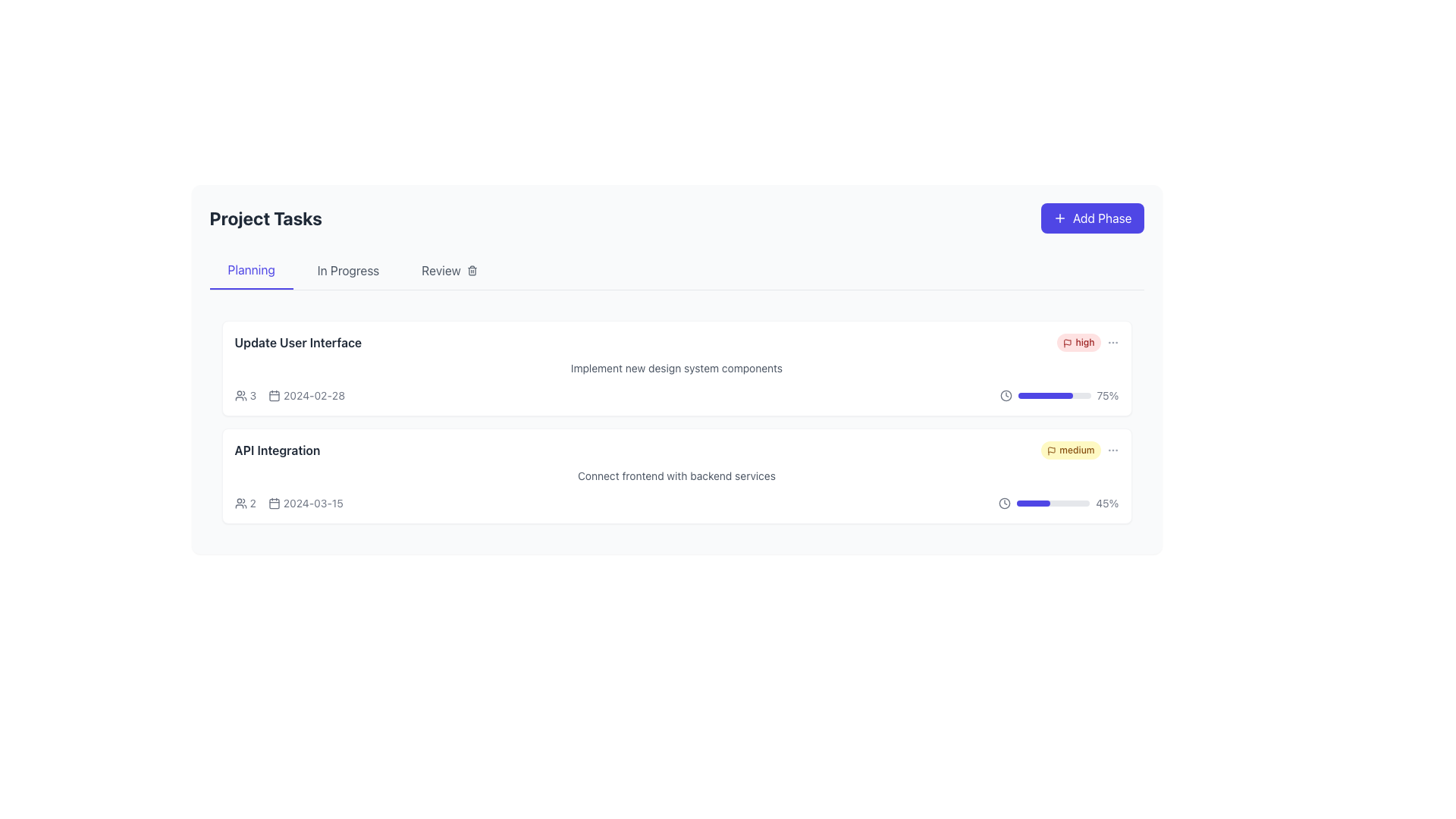  I want to click on the text content indicator for user or group quantity located next to the user group icon in the 'Update User Interface' task section under the 'Planning' tab, so click(253, 394).